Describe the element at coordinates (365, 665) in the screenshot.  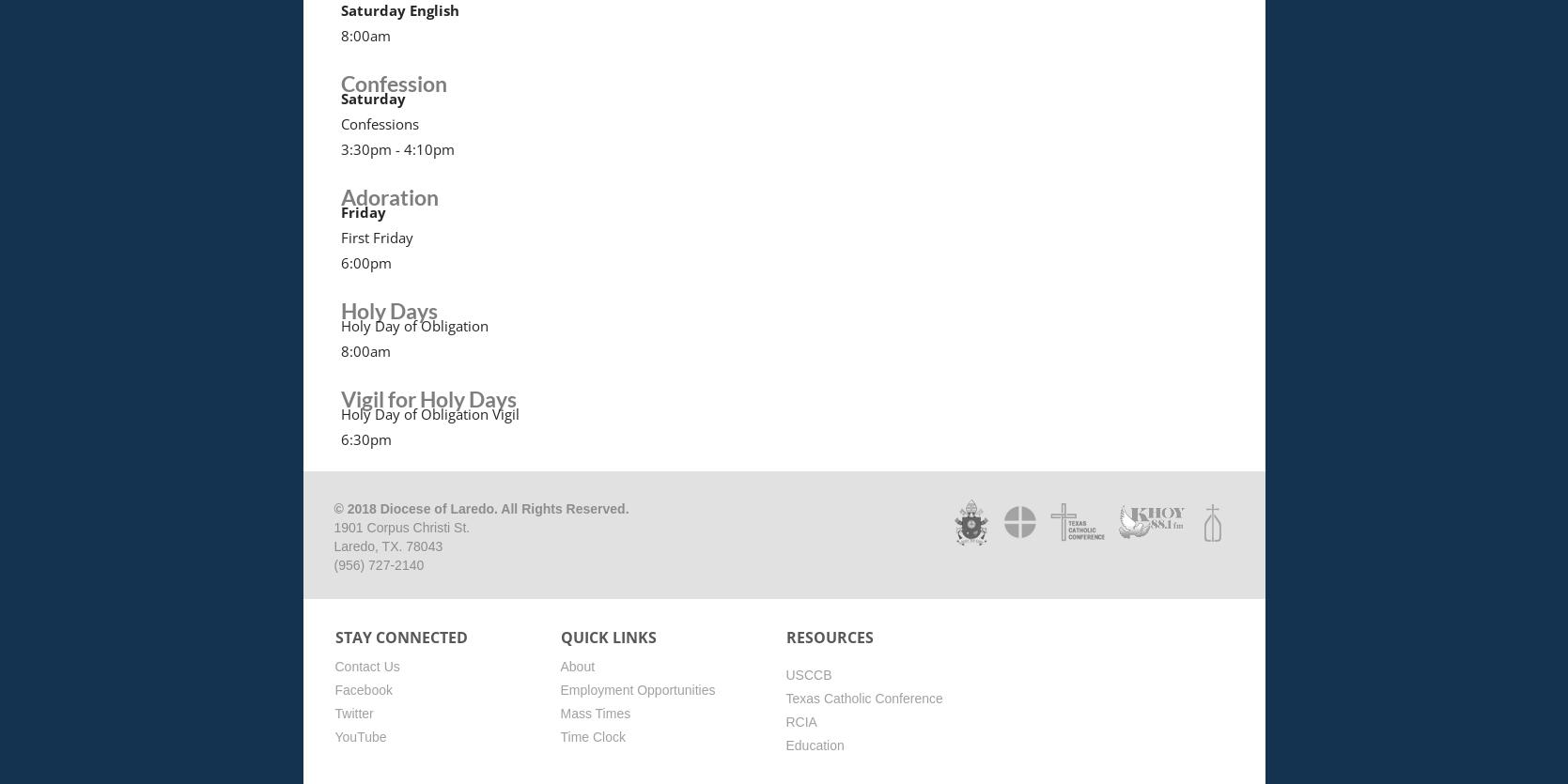
I see `'Contact Us'` at that location.